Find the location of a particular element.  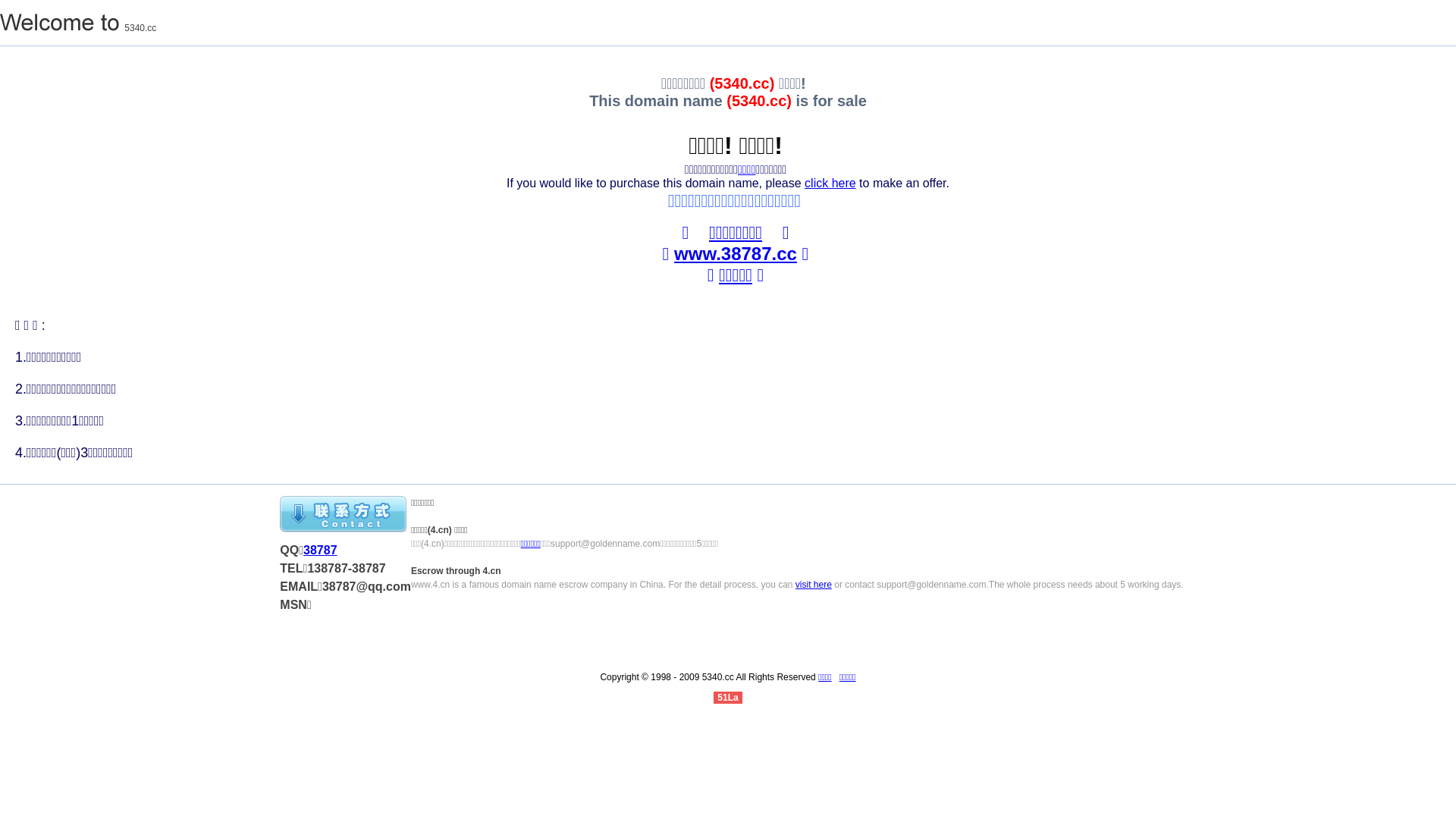

'38787' is located at coordinates (319, 550).